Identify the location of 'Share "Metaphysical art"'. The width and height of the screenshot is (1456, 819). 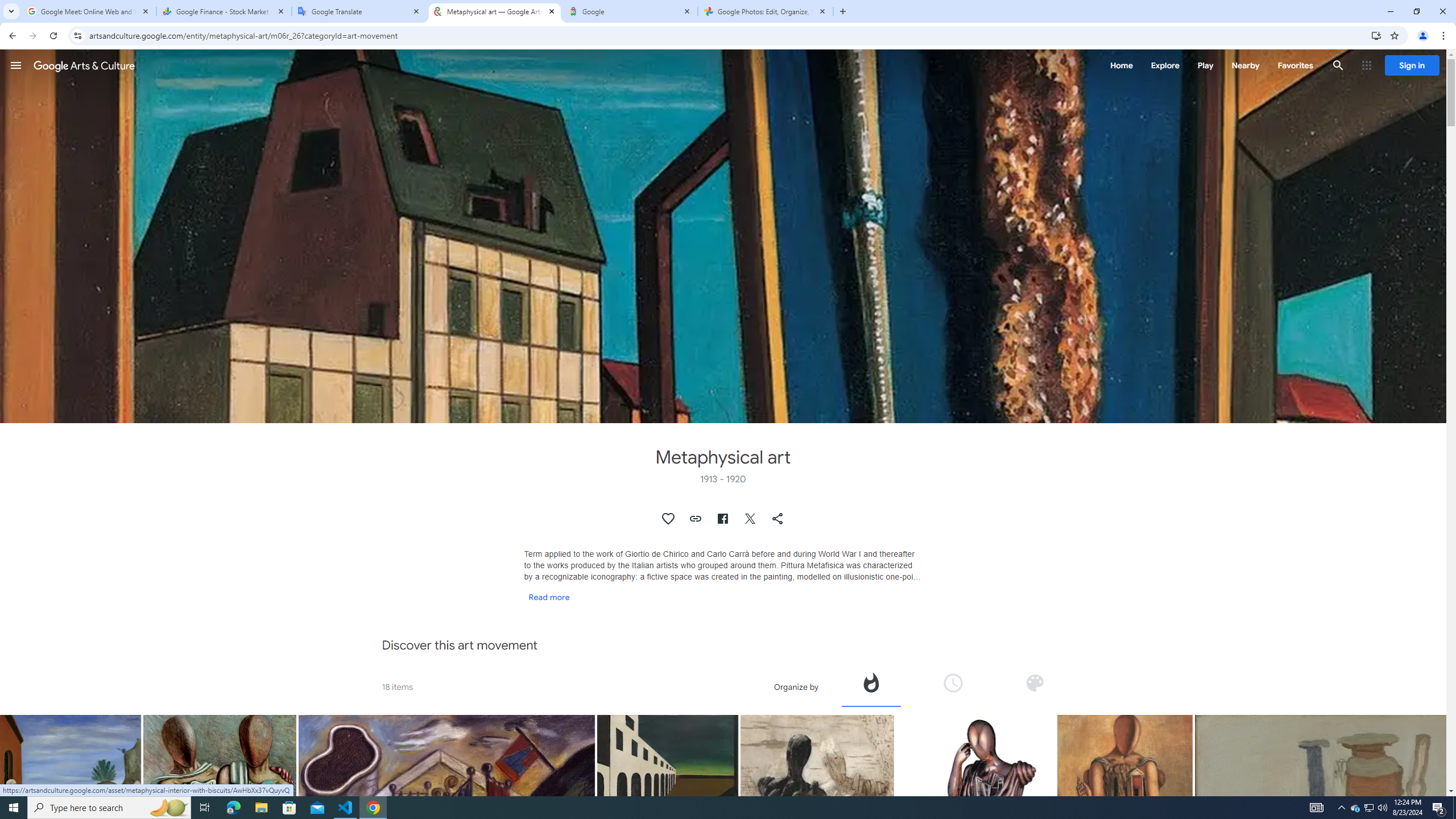
(777, 518).